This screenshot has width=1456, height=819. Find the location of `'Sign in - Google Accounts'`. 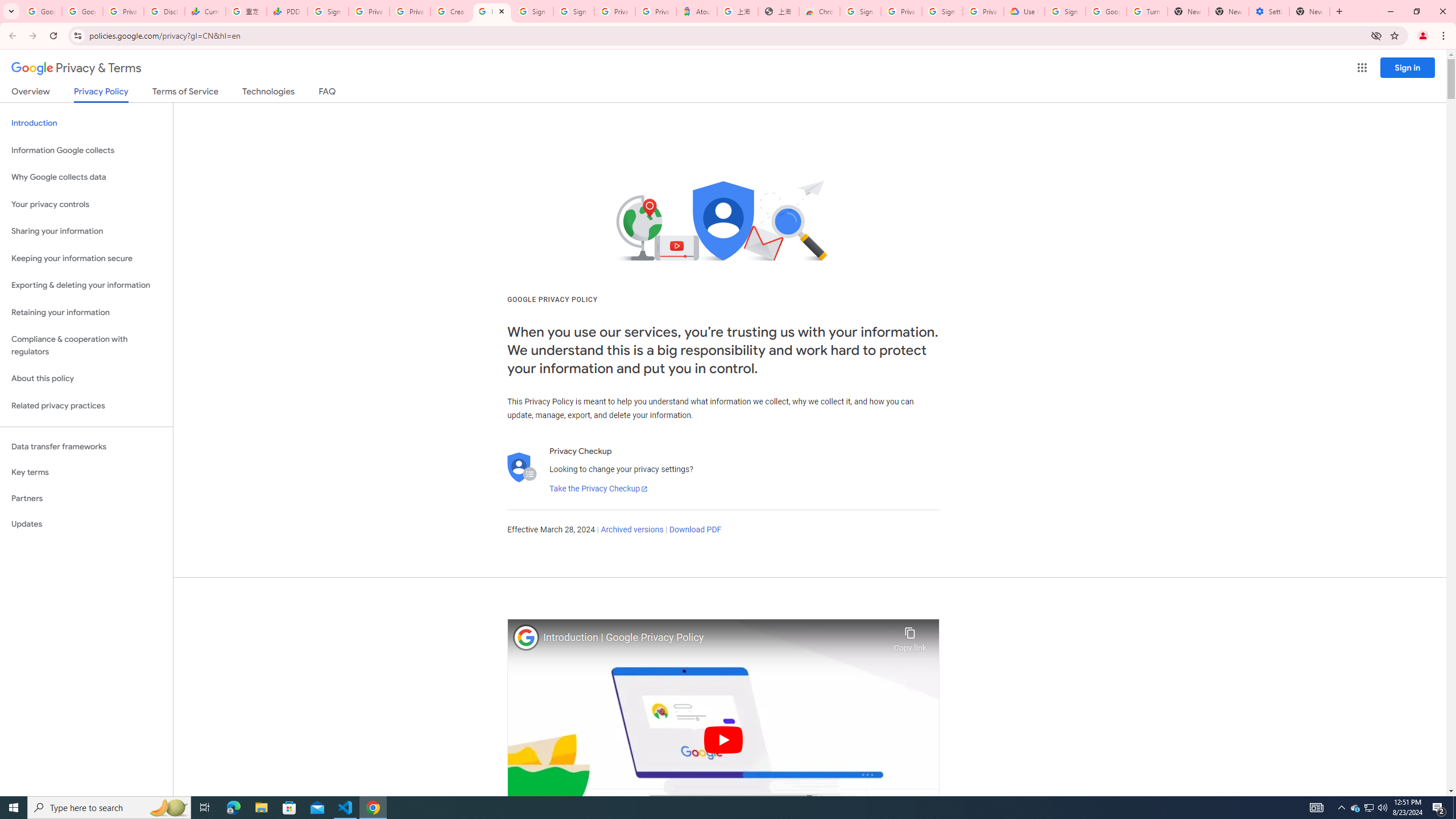

'Sign in - Google Accounts' is located at coordinates (573, 11).